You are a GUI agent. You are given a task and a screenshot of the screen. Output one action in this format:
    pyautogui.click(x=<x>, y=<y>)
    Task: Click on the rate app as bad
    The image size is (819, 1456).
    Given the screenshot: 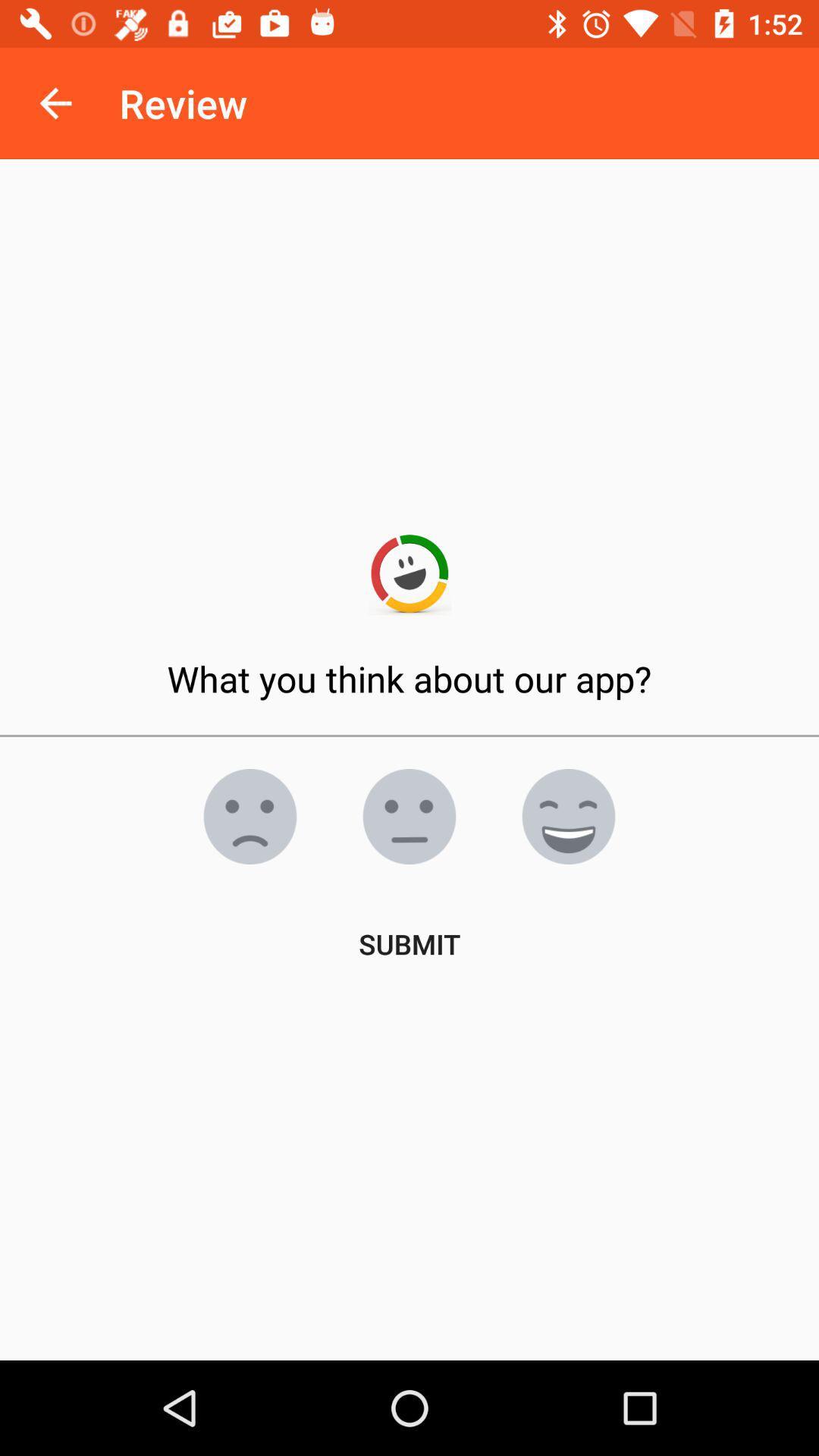 What is the action you would take?
    pyautogui.click(x=249, y=815)
    